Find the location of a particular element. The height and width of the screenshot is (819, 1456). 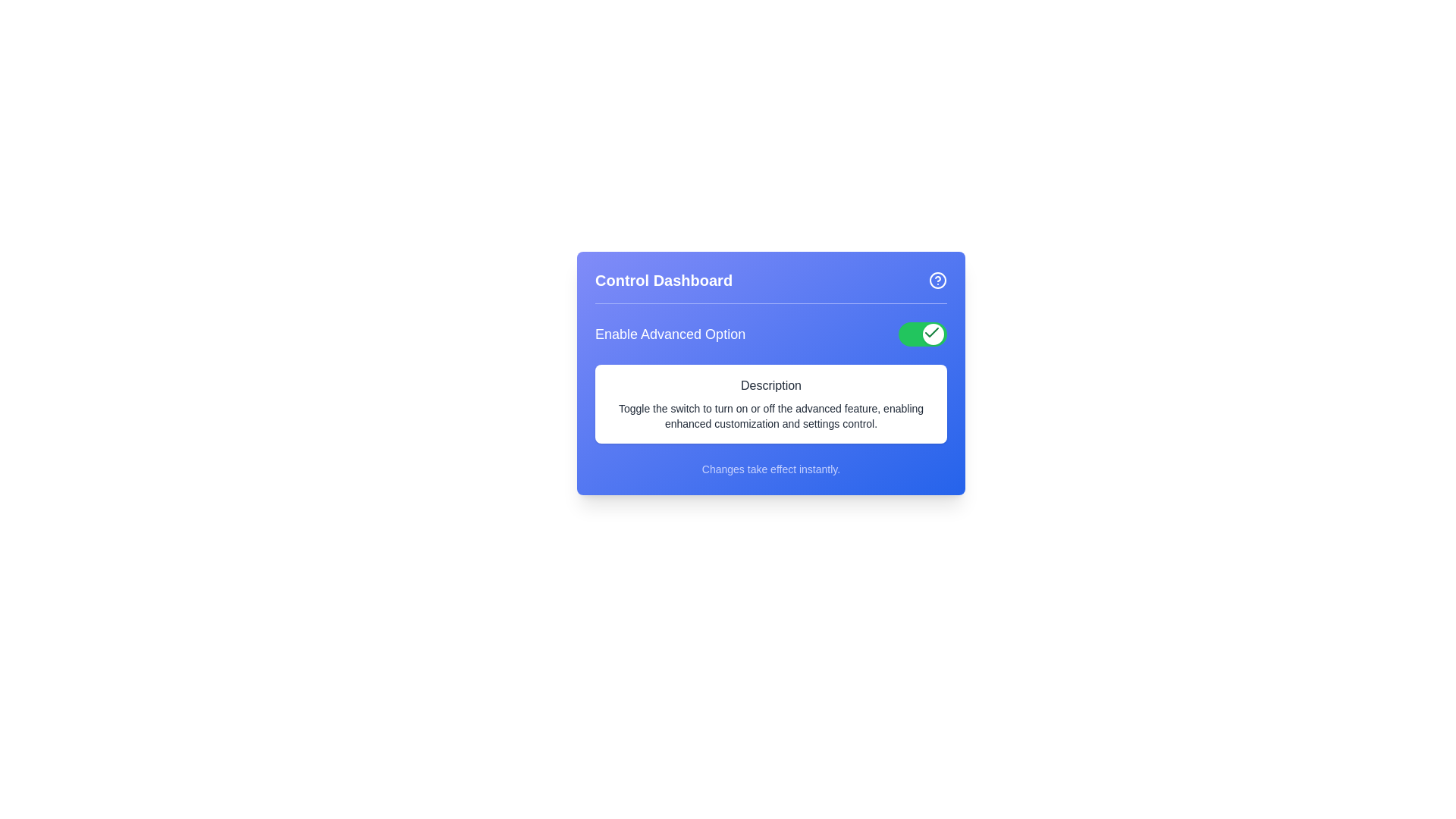

the toggle switch located in the blue panel labeled 'Control Dashboard' is located at coordinates (771, 333).